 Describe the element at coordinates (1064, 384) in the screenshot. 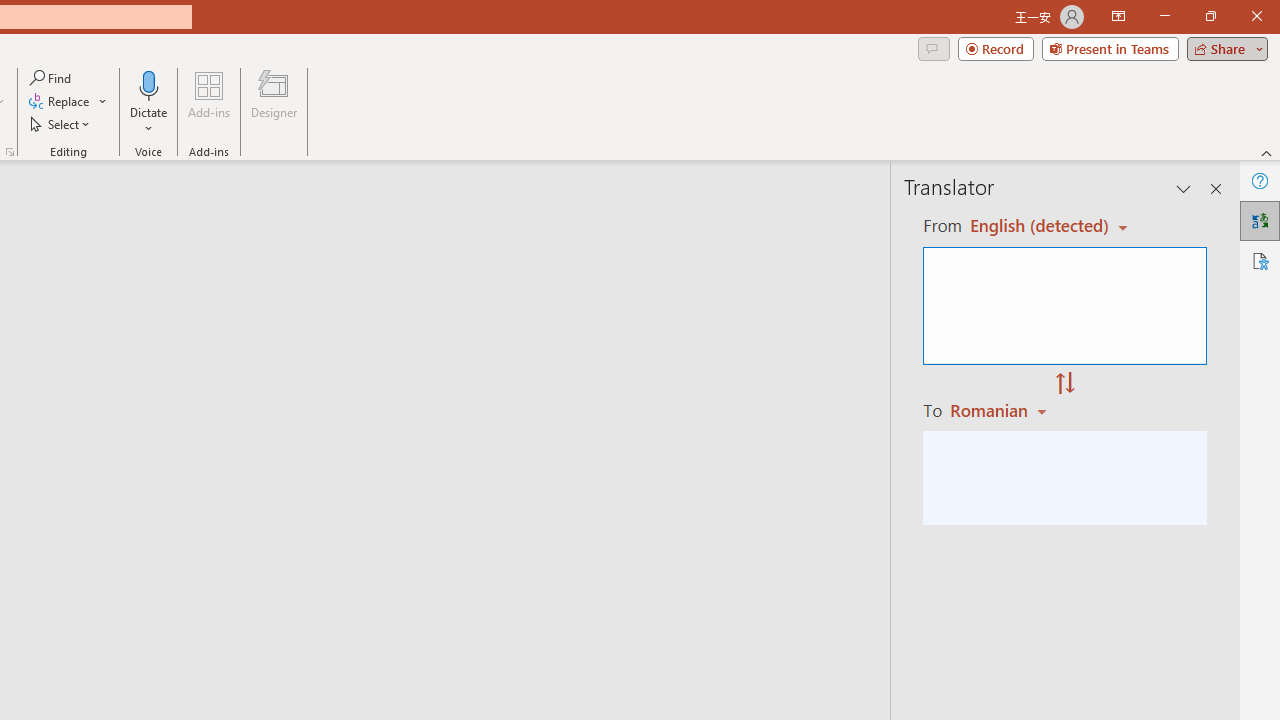

I see `'Swap "from" and "to" languages.'` at that location.